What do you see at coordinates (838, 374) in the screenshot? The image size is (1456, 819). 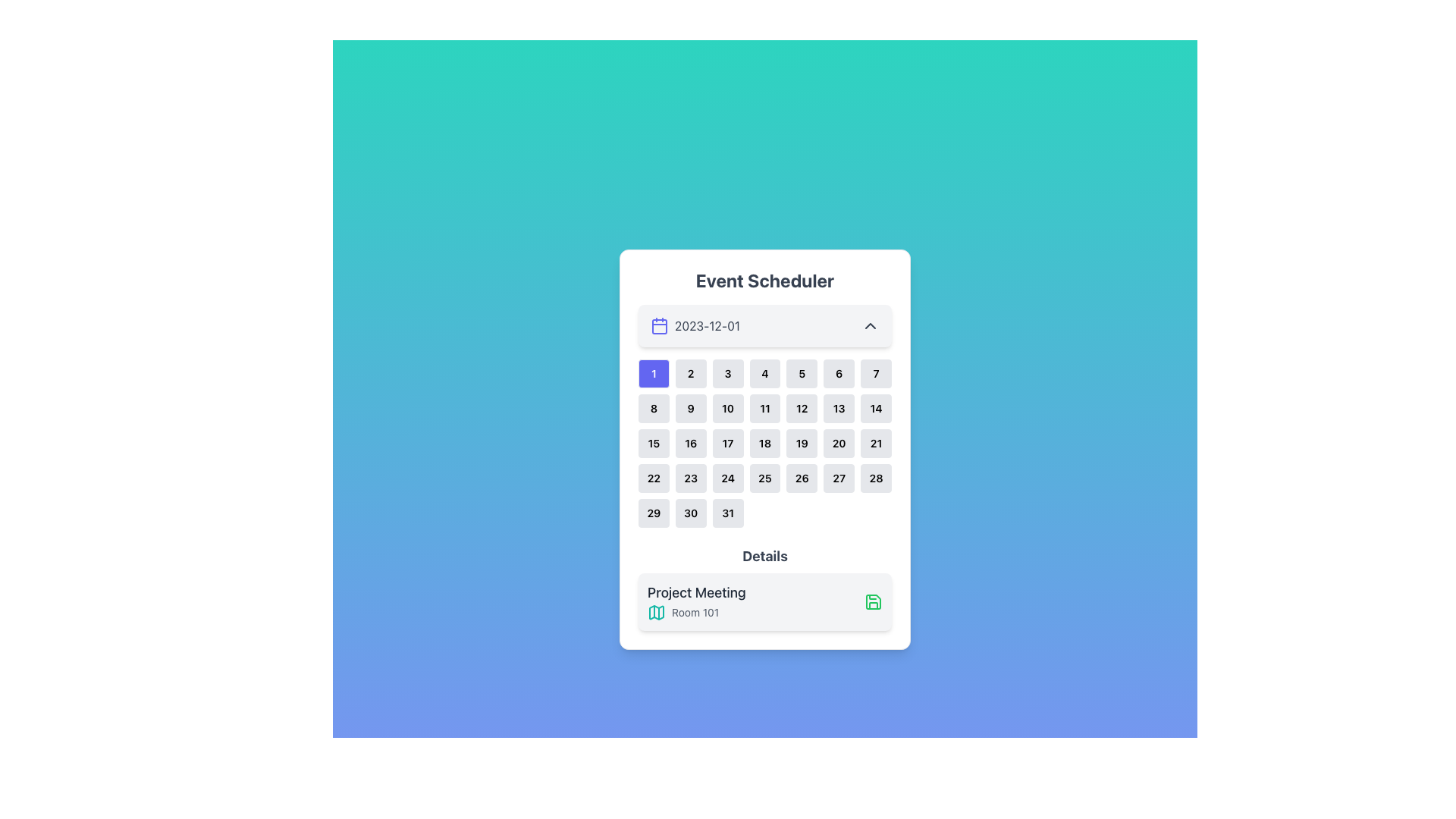 I see `the square button labeled '6' with rounded corners and a light-gray background` at bounding box center [838, 374].